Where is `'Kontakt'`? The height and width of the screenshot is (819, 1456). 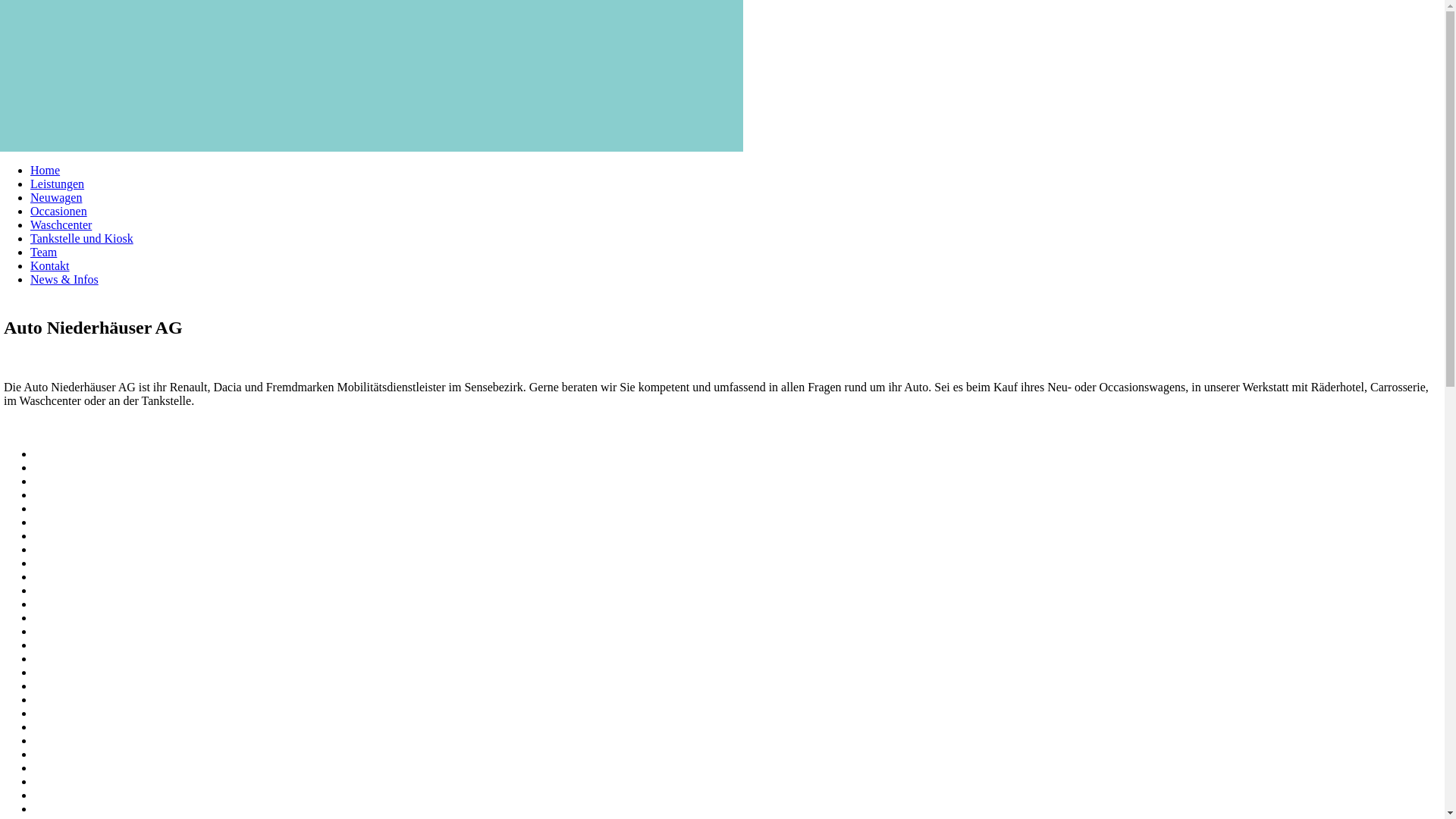
'Kontakt' is located at coordinates (50, 265).